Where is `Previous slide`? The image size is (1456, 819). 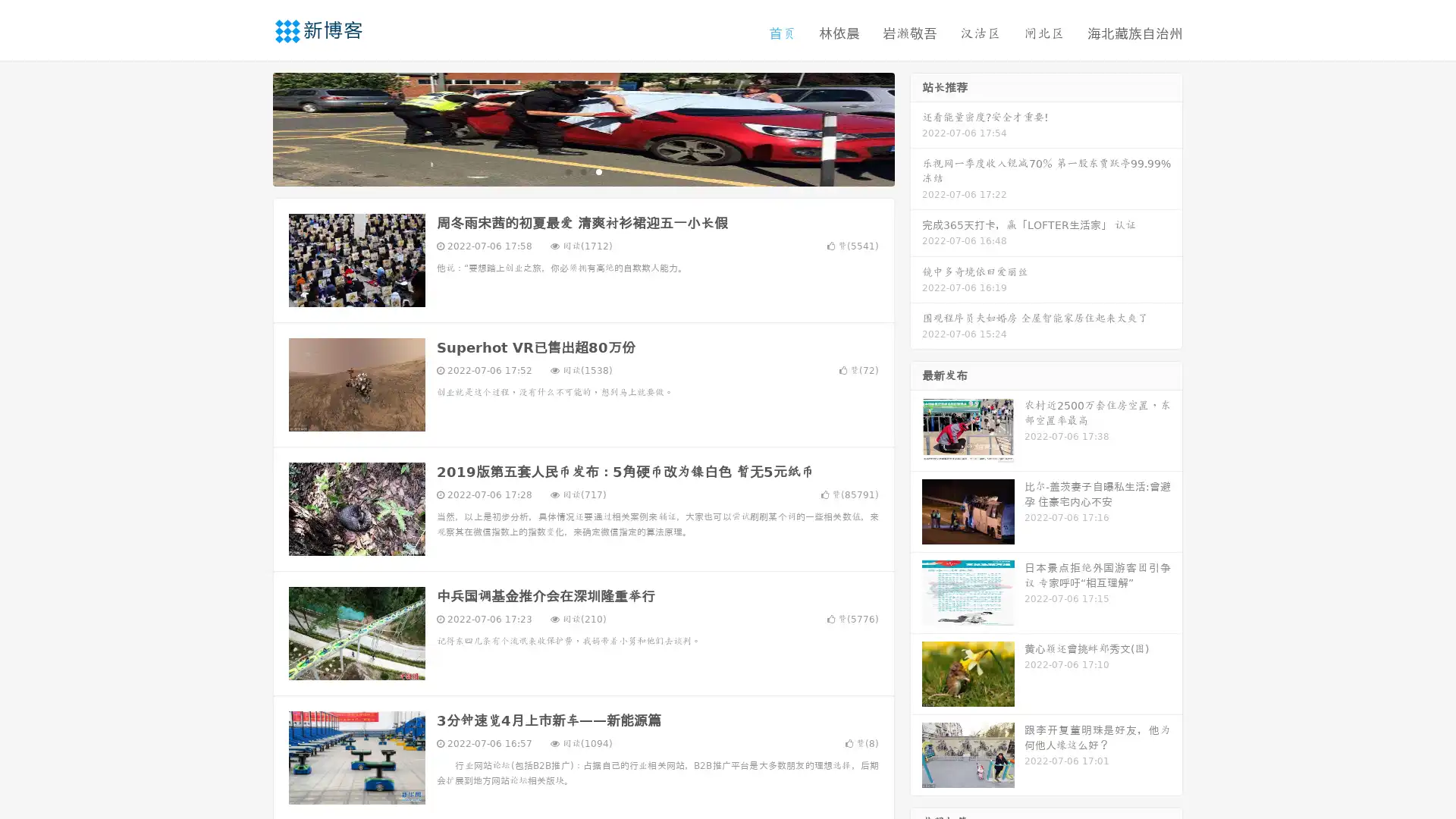
Previous slide is located at coordinates (250, 127).